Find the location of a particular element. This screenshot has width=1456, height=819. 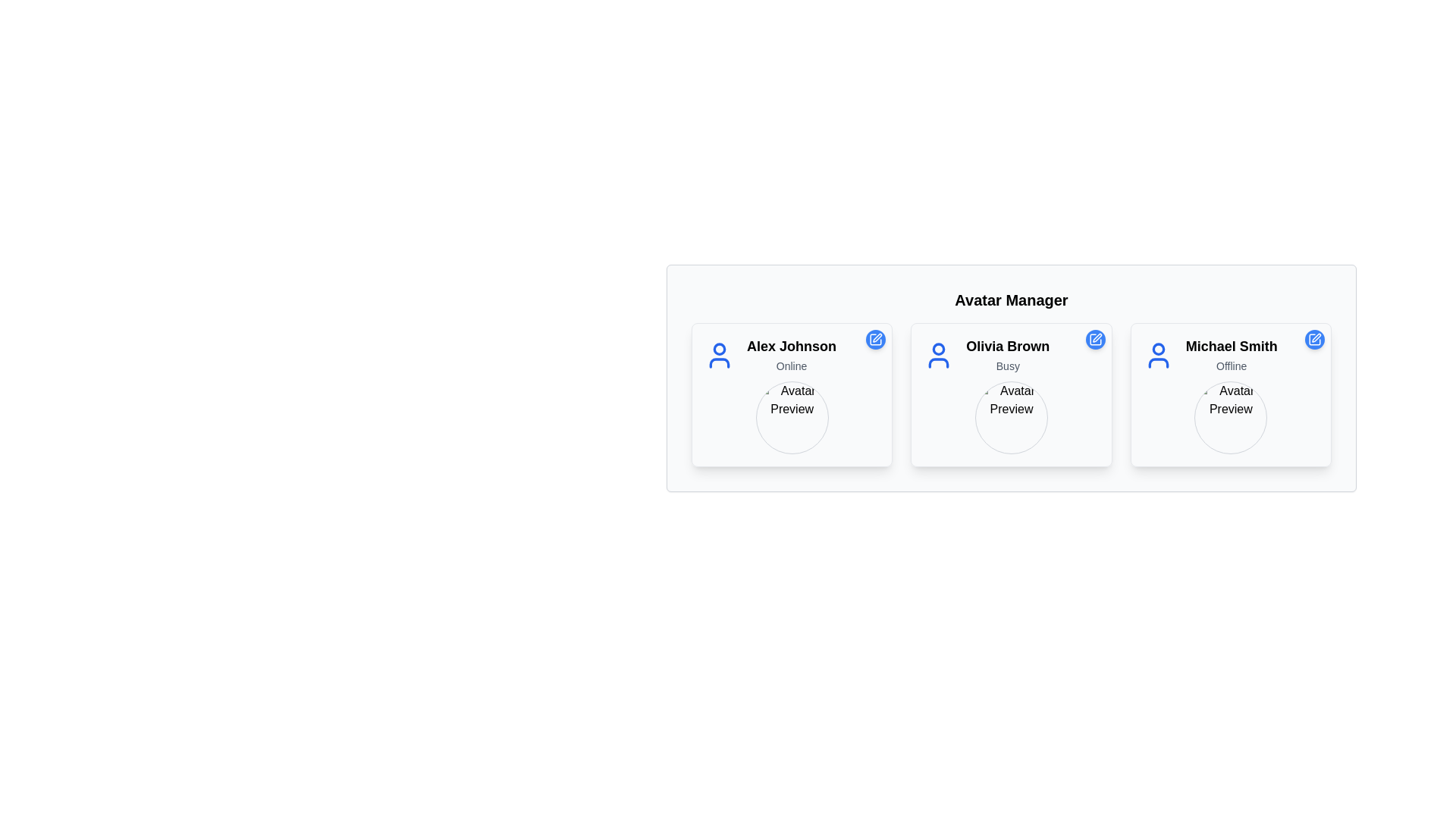

the small circular blue button with a white pen icon located at the upper-right corner of 'Michael Smith's' profile card is located at coordinates (1313, 338).